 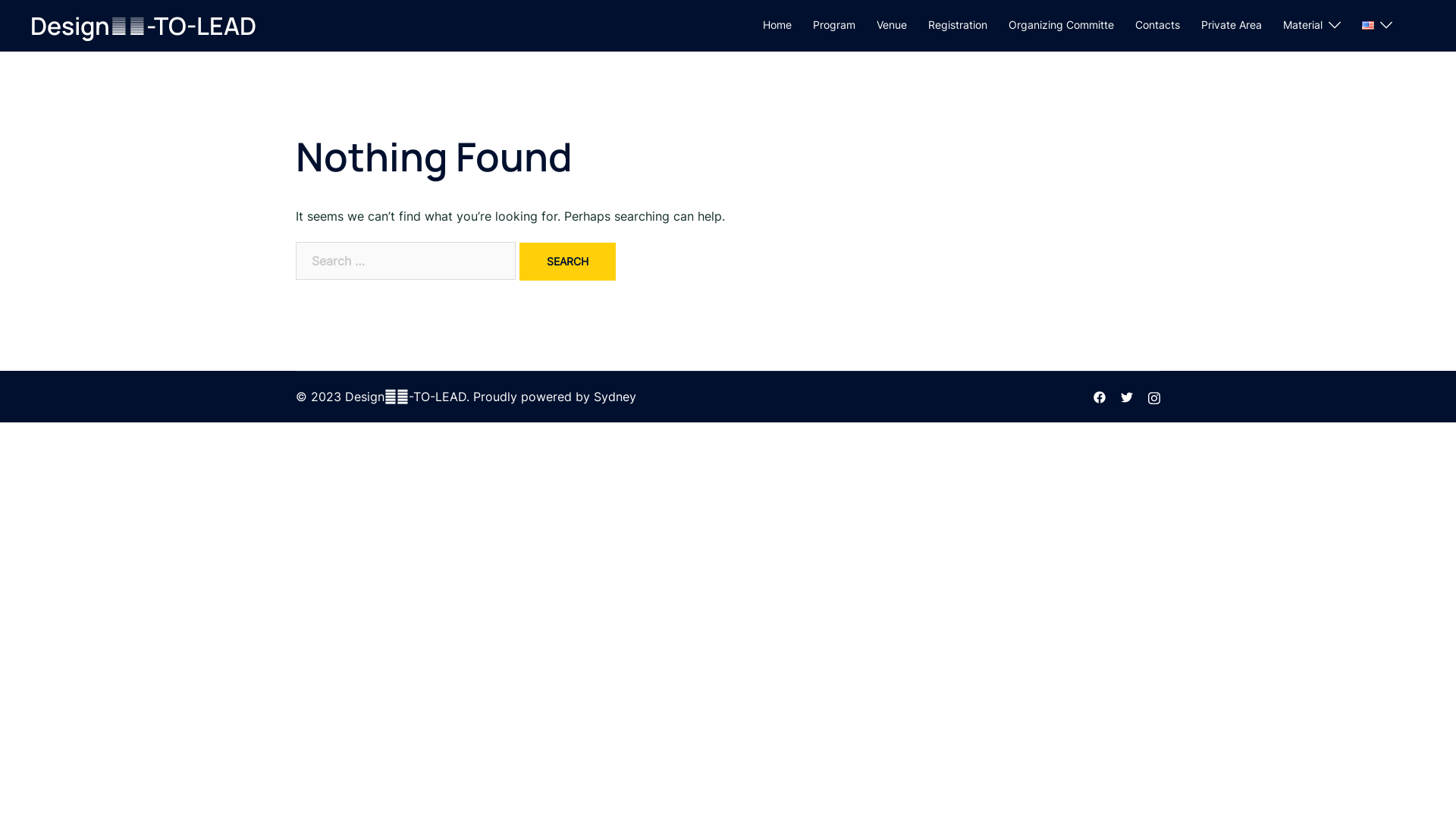 I want to click on 'Private Area', so click(x=1231, y=25).